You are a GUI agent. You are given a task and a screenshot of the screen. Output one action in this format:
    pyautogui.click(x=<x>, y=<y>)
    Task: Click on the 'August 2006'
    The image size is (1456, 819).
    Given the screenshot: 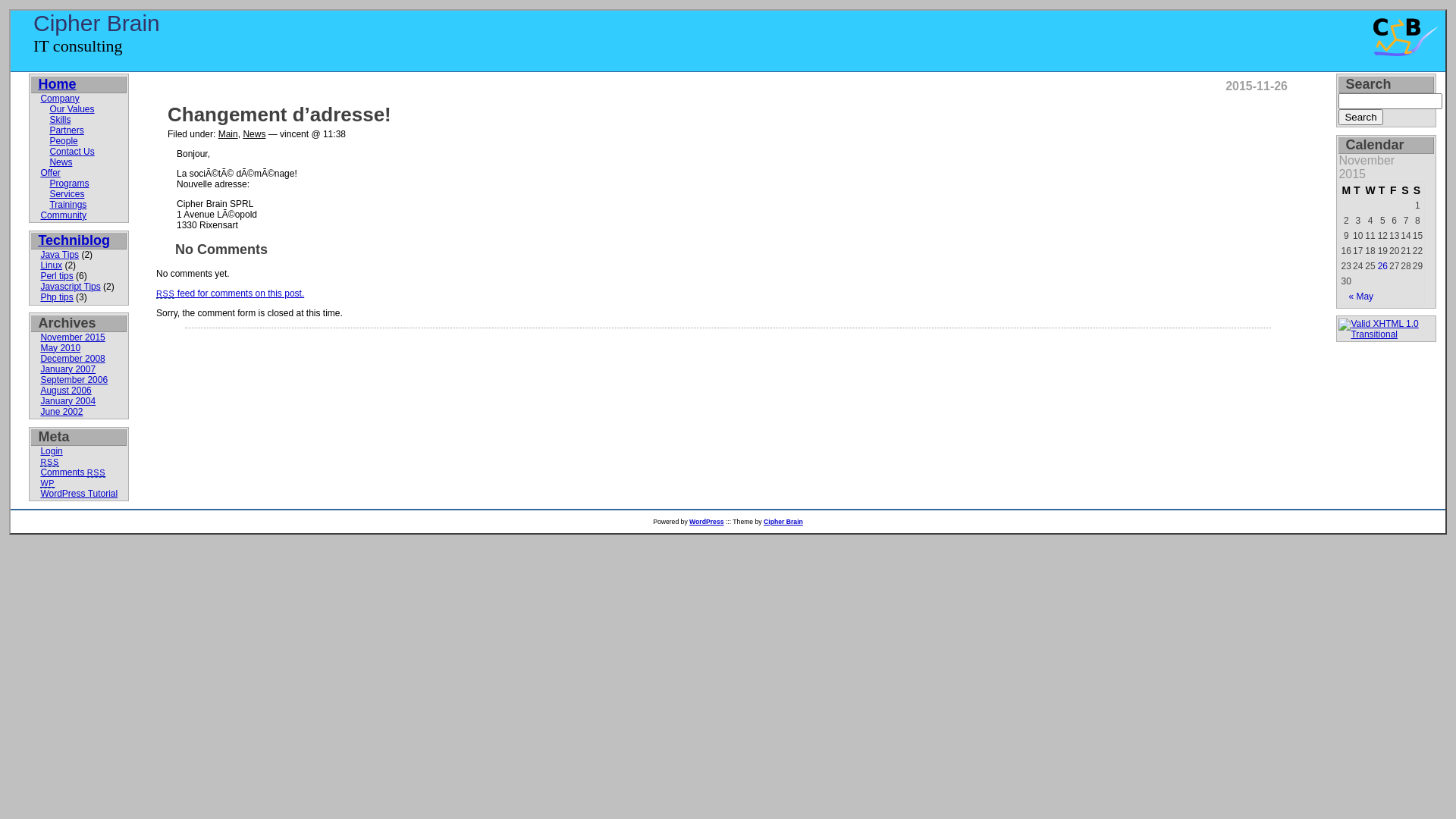 What is the action you would take?
    pyautogui.click(x=64, y=390)
    